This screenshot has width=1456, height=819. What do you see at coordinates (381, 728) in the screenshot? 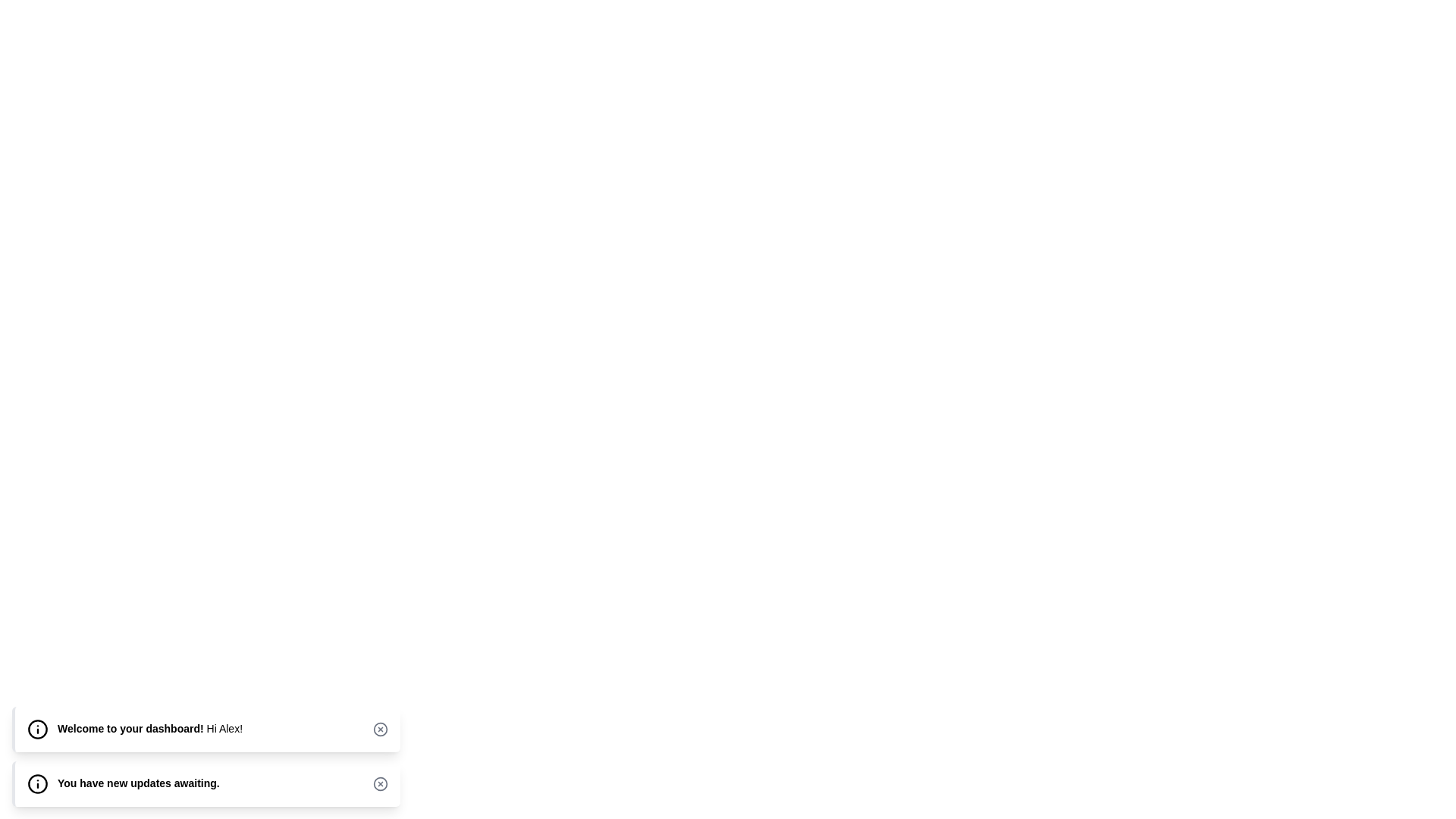
I see `the dismiss button located at the far right of the notification card containing the text 'Welcome to your dashboard! Hi Alex!' to possibly see a tooltip` at bounding box center [381, 728].